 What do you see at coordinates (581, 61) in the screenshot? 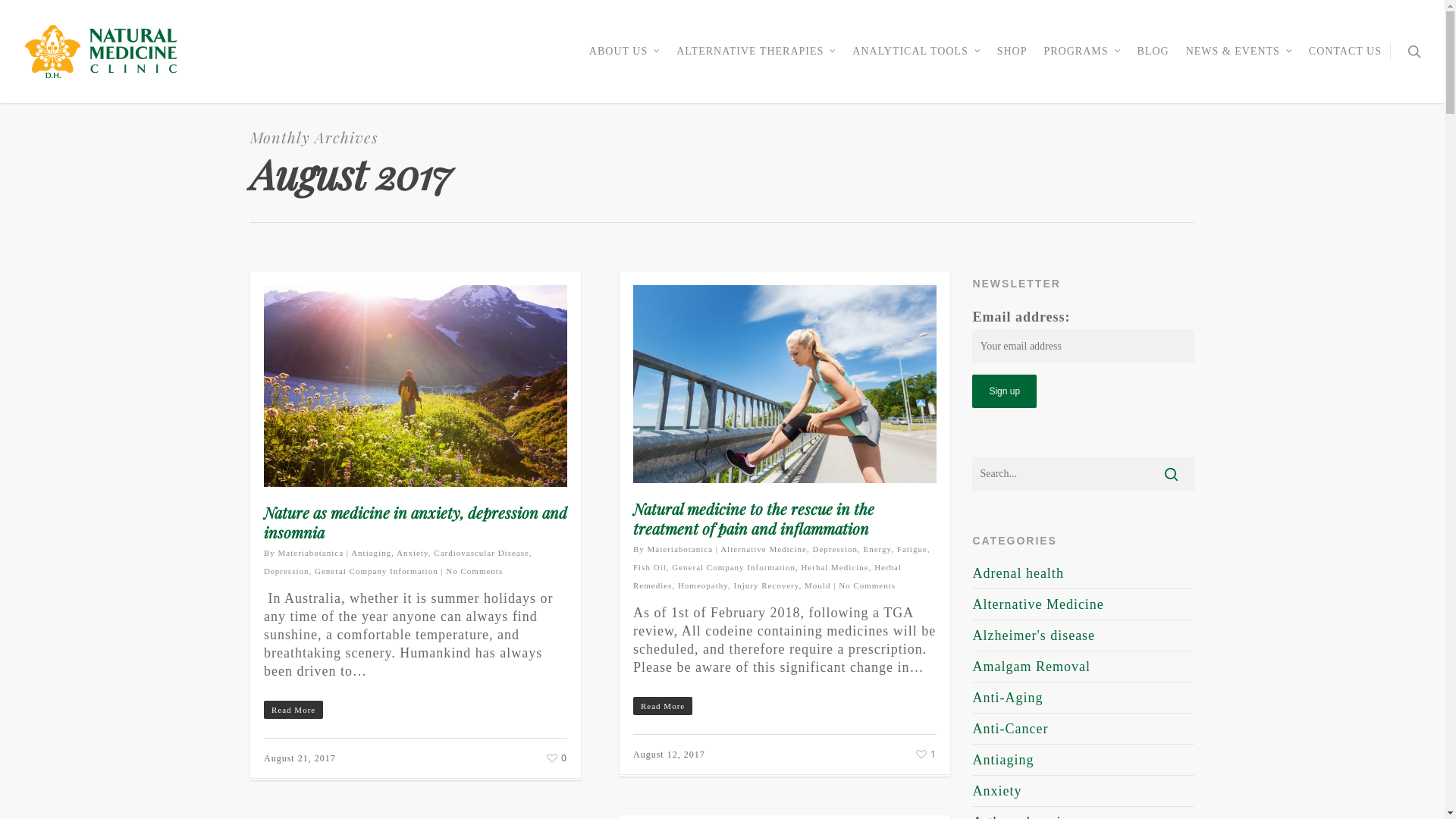
I see `'ABOUT US'` at bounding box center [581, 61].